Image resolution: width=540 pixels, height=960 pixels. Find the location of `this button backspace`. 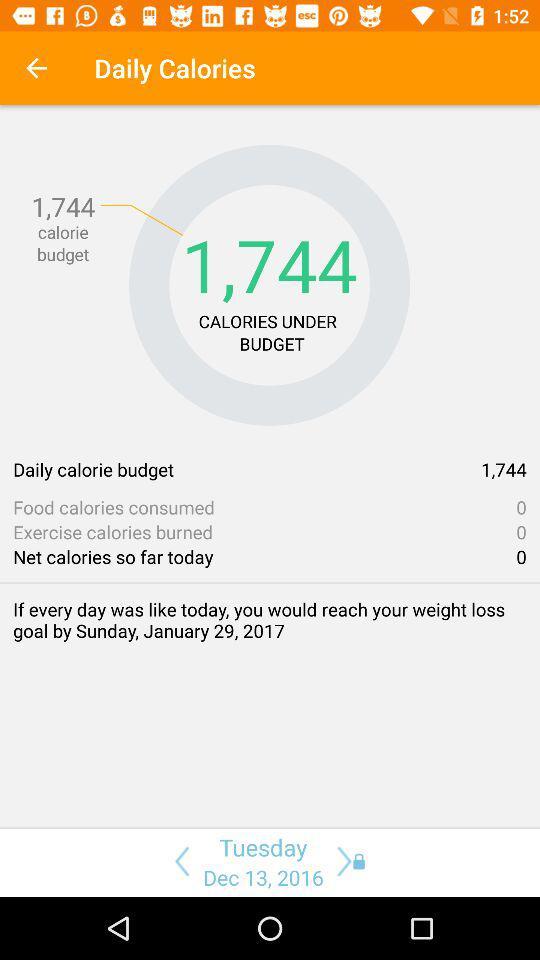

this button backspace is located at coordinates (178, 860).